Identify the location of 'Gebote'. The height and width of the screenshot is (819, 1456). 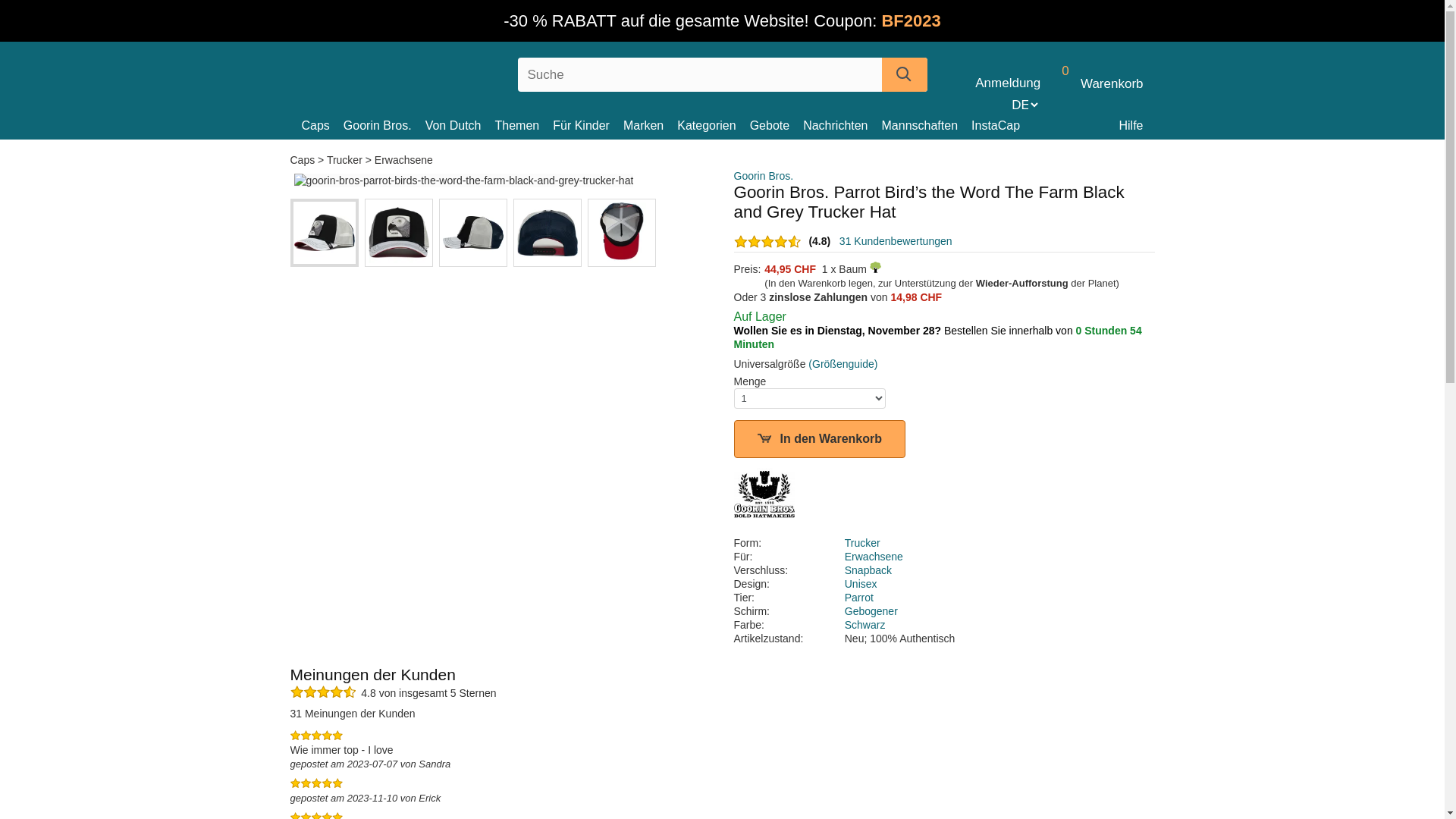
(776, 124).